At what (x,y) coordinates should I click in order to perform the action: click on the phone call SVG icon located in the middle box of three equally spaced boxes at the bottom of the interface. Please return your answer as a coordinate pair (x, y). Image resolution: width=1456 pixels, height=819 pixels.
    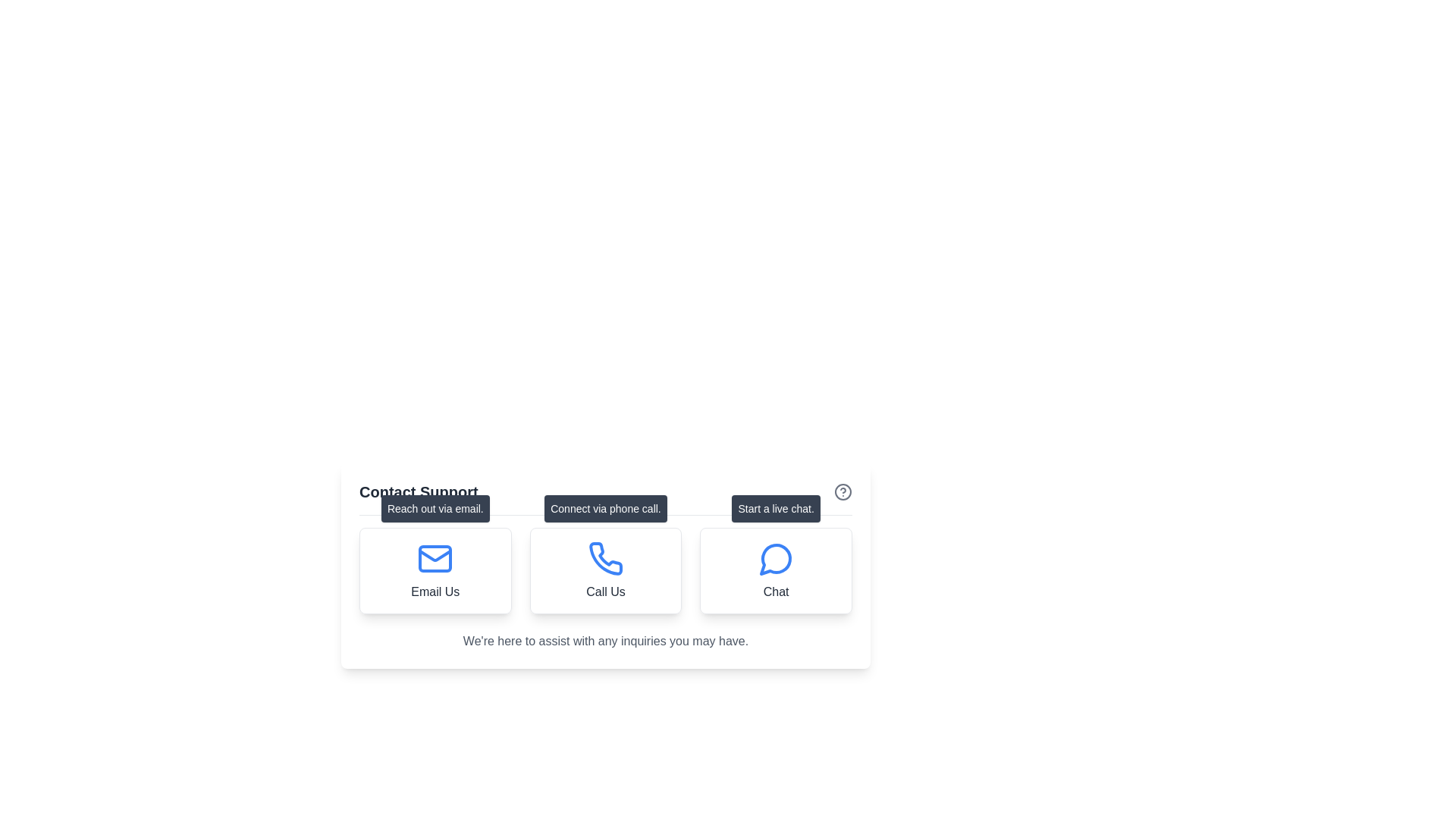
    Looking at the image, I should click on (605, 558).